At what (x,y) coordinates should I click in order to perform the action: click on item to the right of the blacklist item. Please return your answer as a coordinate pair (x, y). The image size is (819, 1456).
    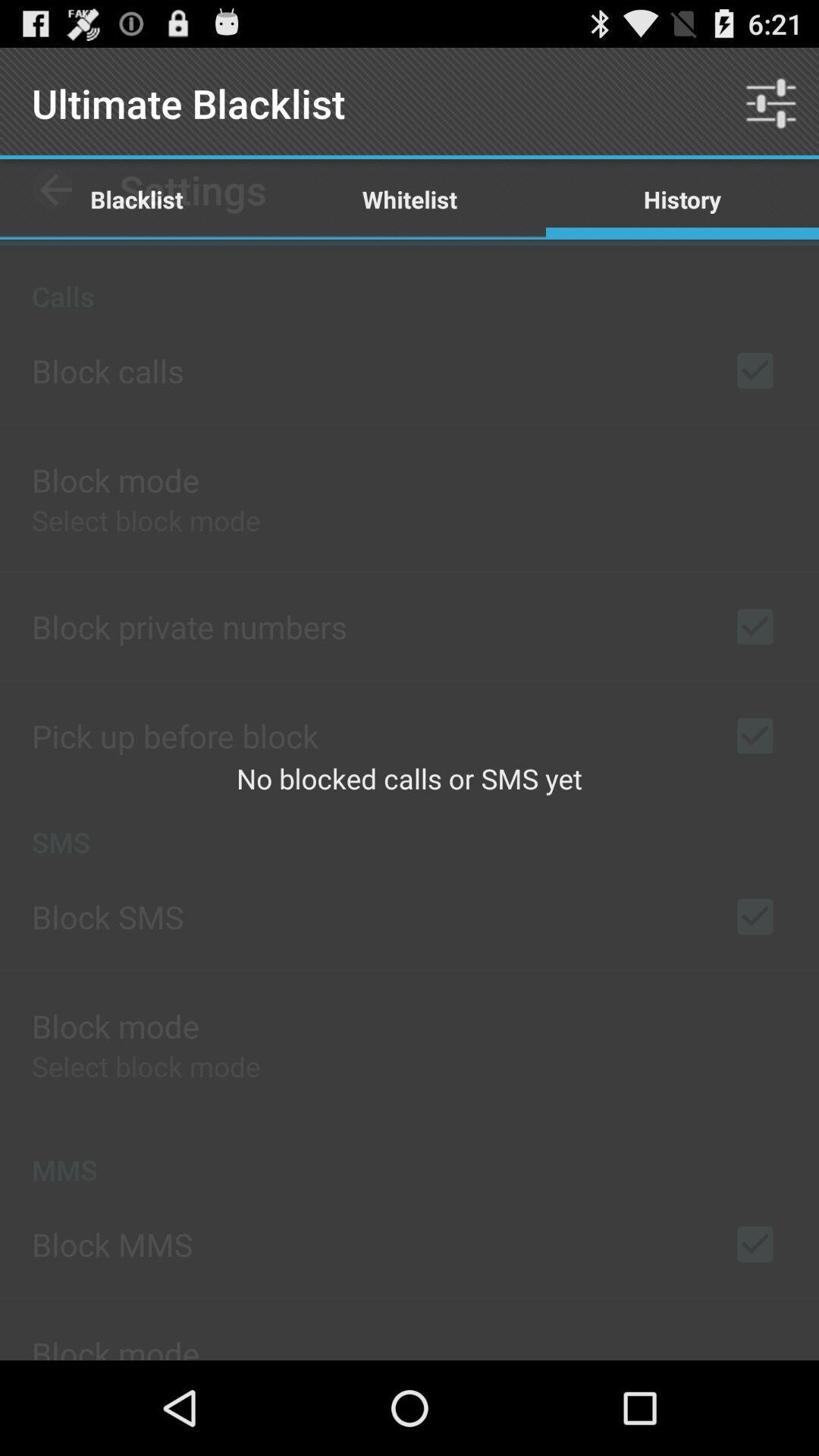
    Looking at the image, I should click on (409, 198).